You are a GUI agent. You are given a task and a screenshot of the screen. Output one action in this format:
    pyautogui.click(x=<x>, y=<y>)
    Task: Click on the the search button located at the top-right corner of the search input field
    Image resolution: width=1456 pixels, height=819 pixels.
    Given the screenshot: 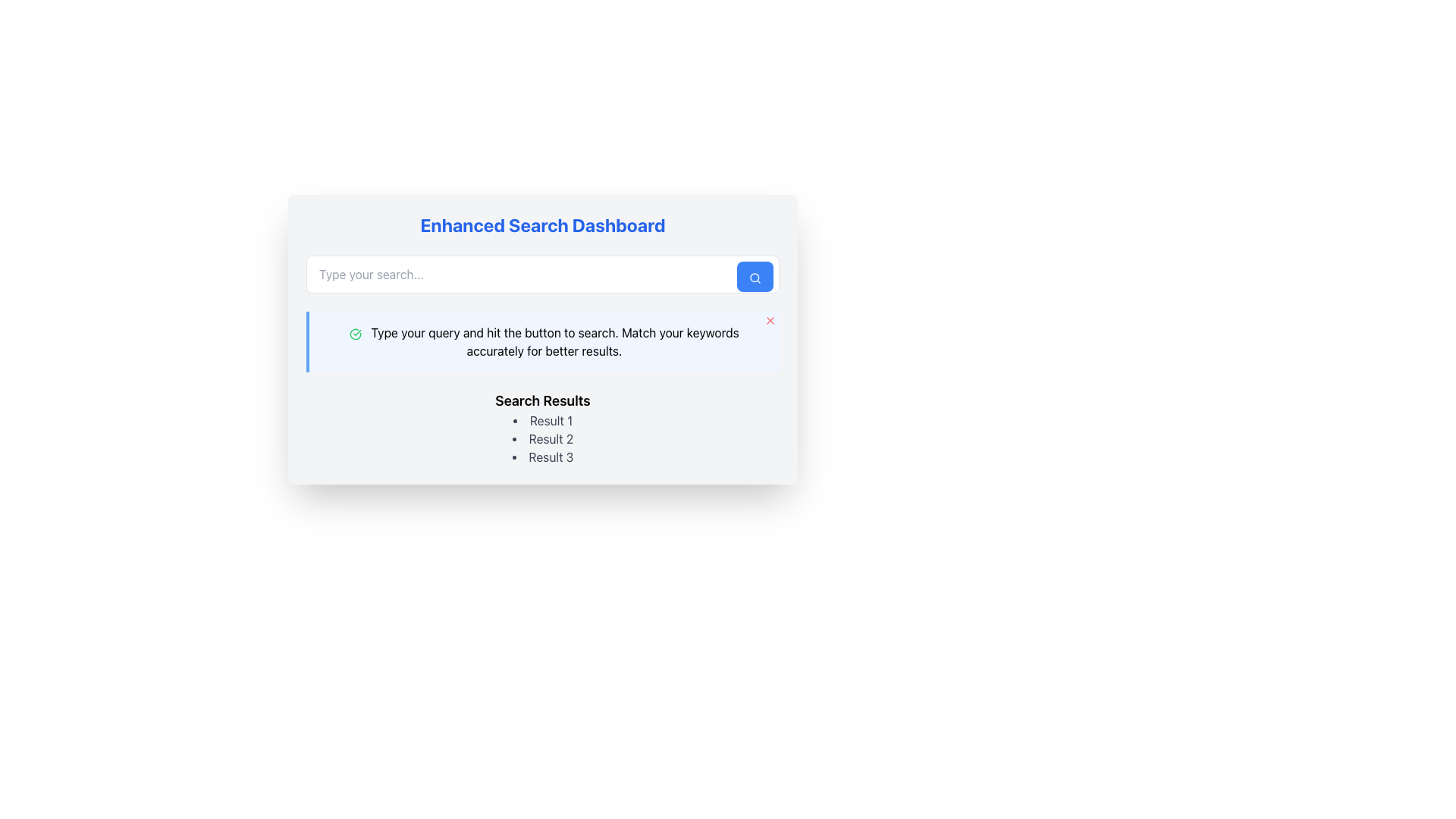 What is the action you would take?
    pyautogui.click(x=755, y=277)
    